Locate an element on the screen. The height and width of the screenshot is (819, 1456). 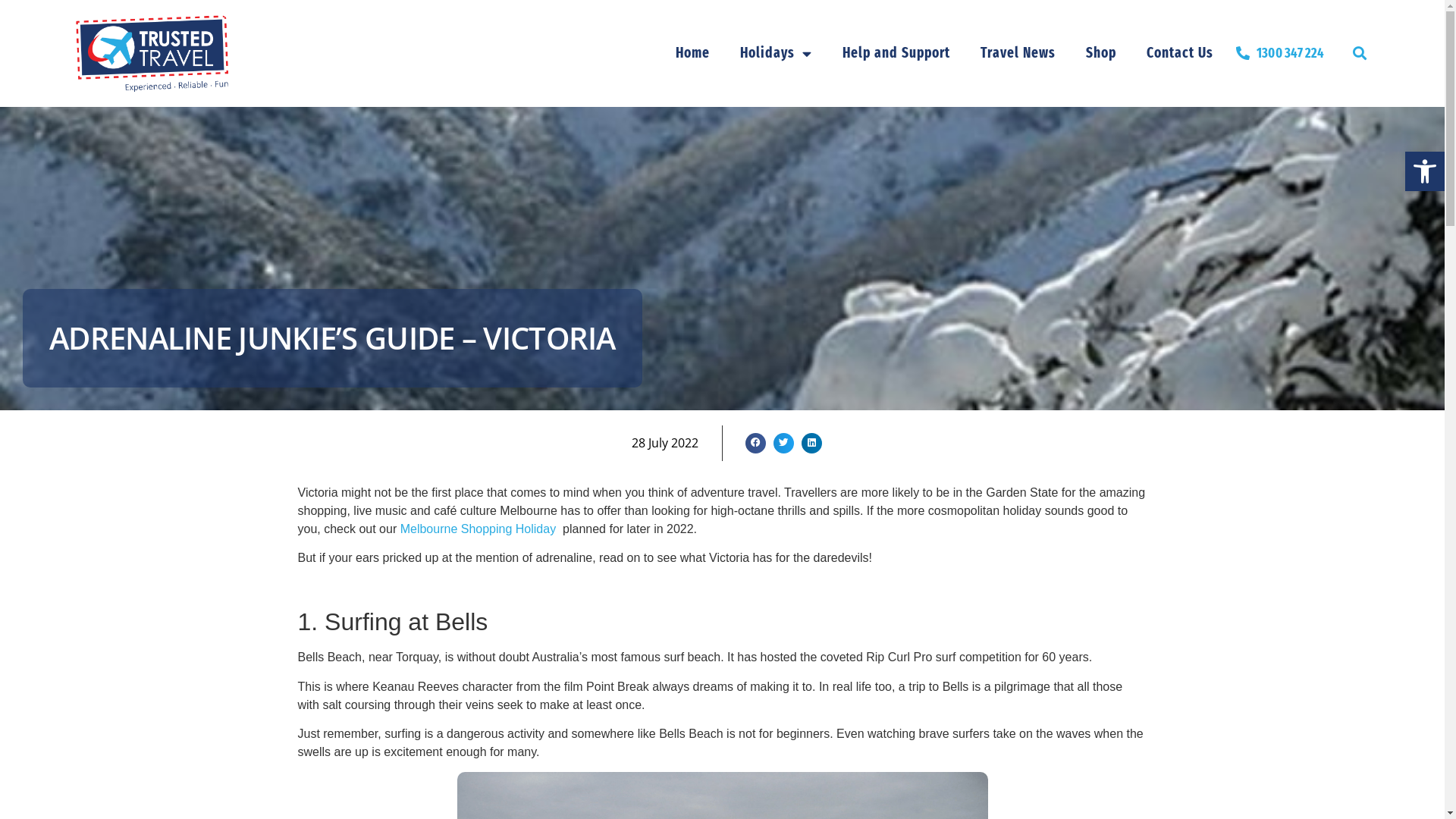
'1300 347 224' is located at coordinates (1279, 52).